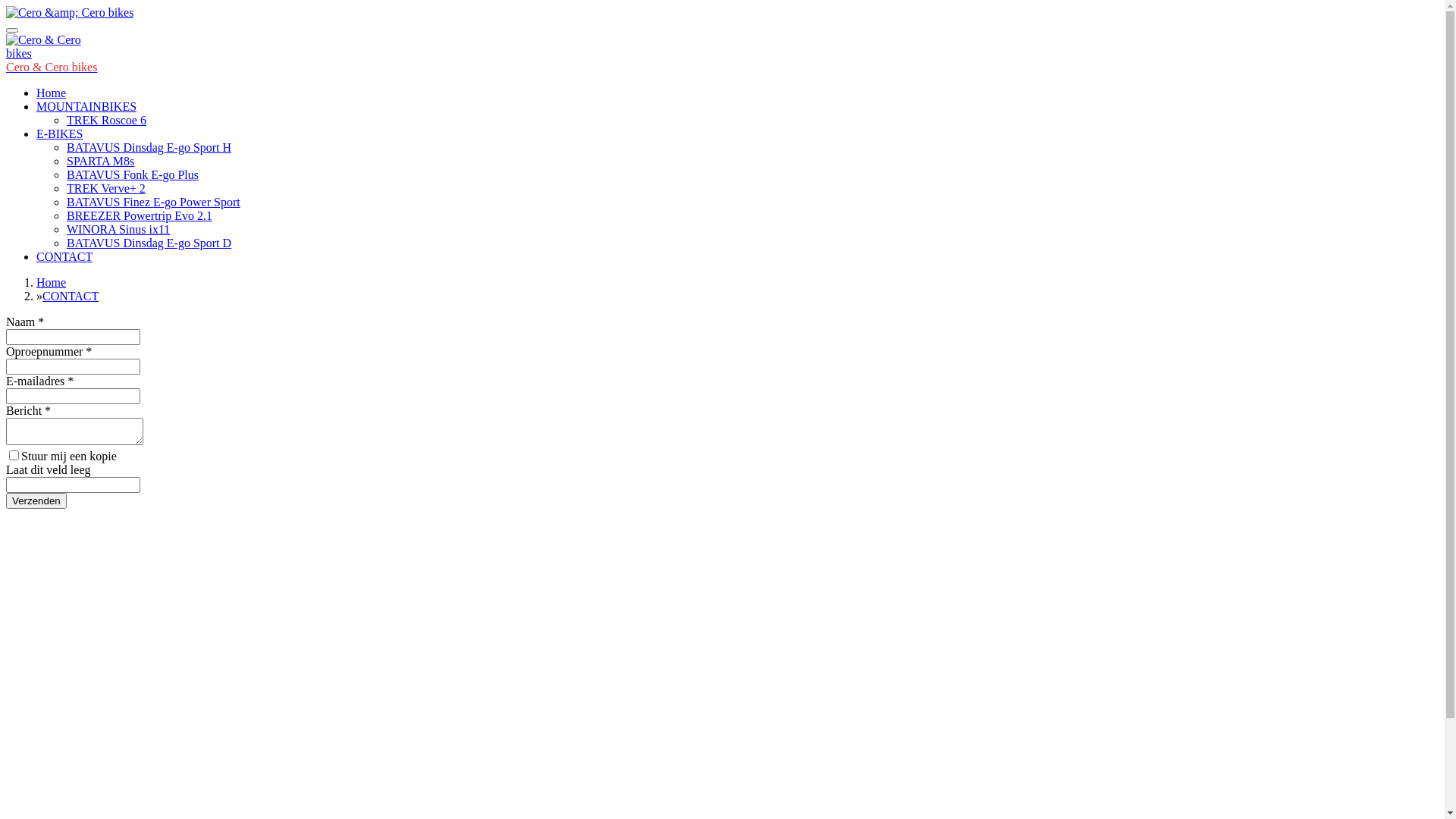 This screenshot has width=1456, height=819. I want to click on 'CONTACT', so click(64, 256).